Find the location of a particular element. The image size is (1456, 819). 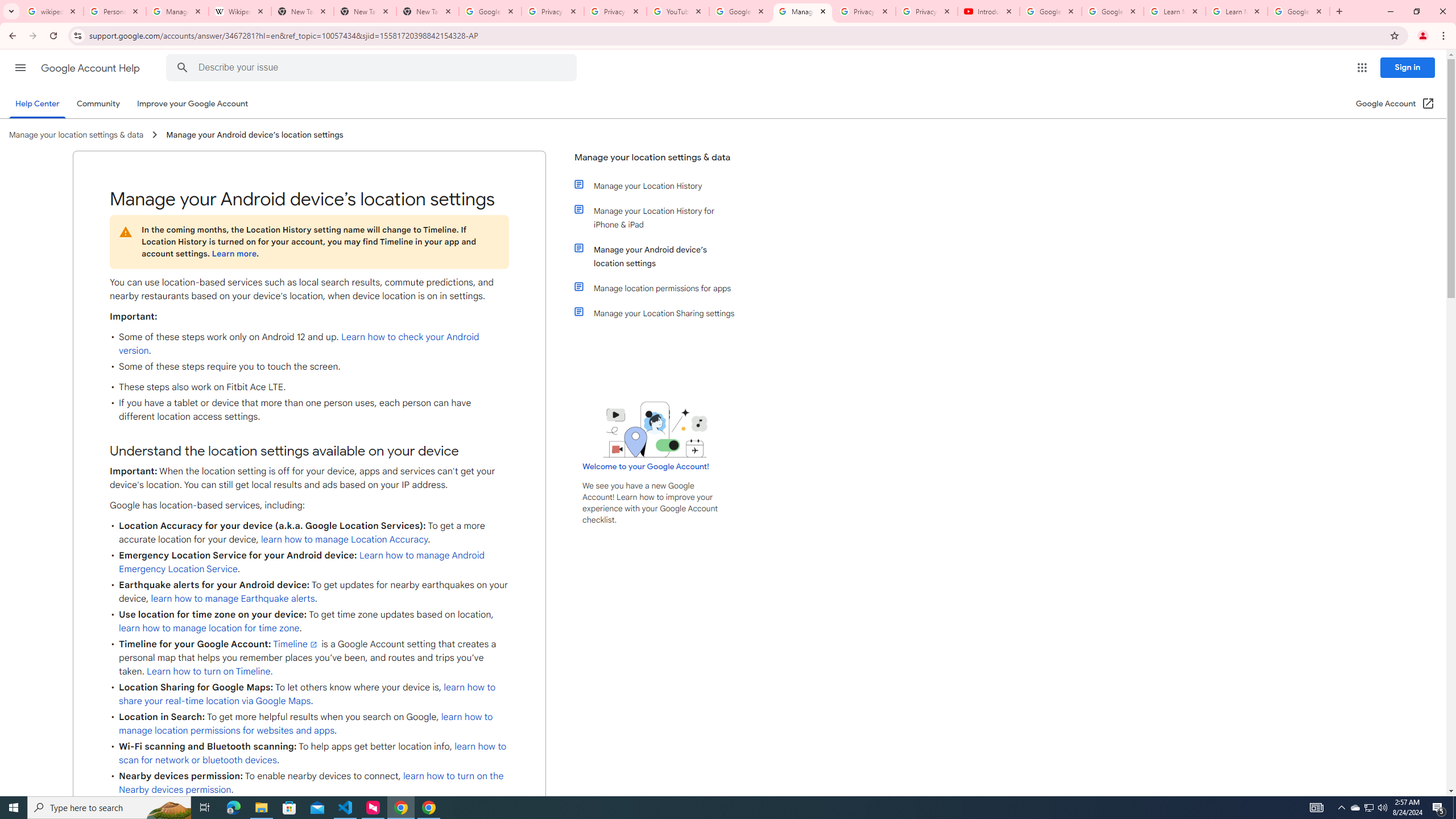

'Manage your Location History' is located at coordinates (661, 185).